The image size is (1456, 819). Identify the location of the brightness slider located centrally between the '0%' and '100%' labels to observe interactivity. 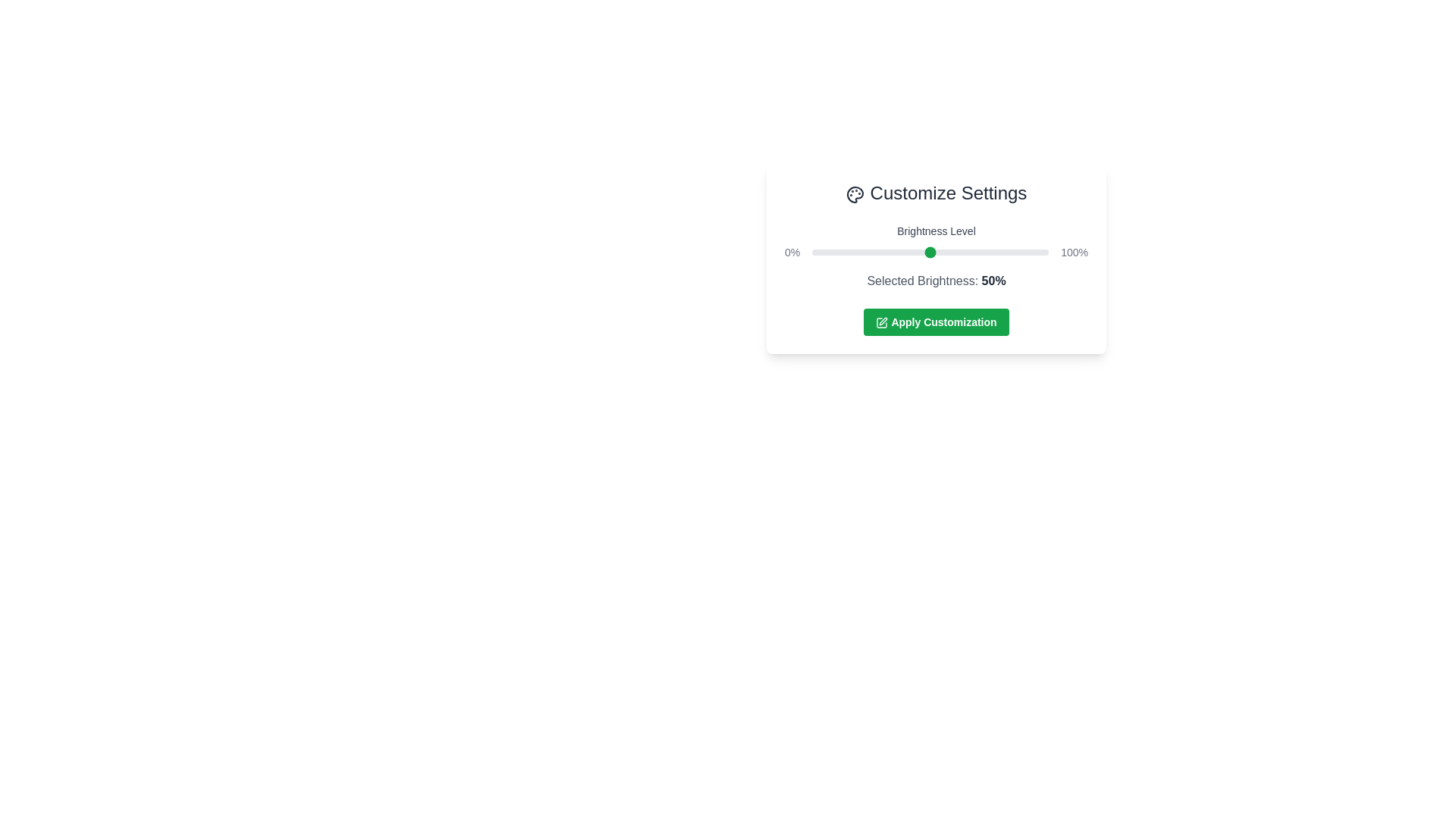
(930, 251).